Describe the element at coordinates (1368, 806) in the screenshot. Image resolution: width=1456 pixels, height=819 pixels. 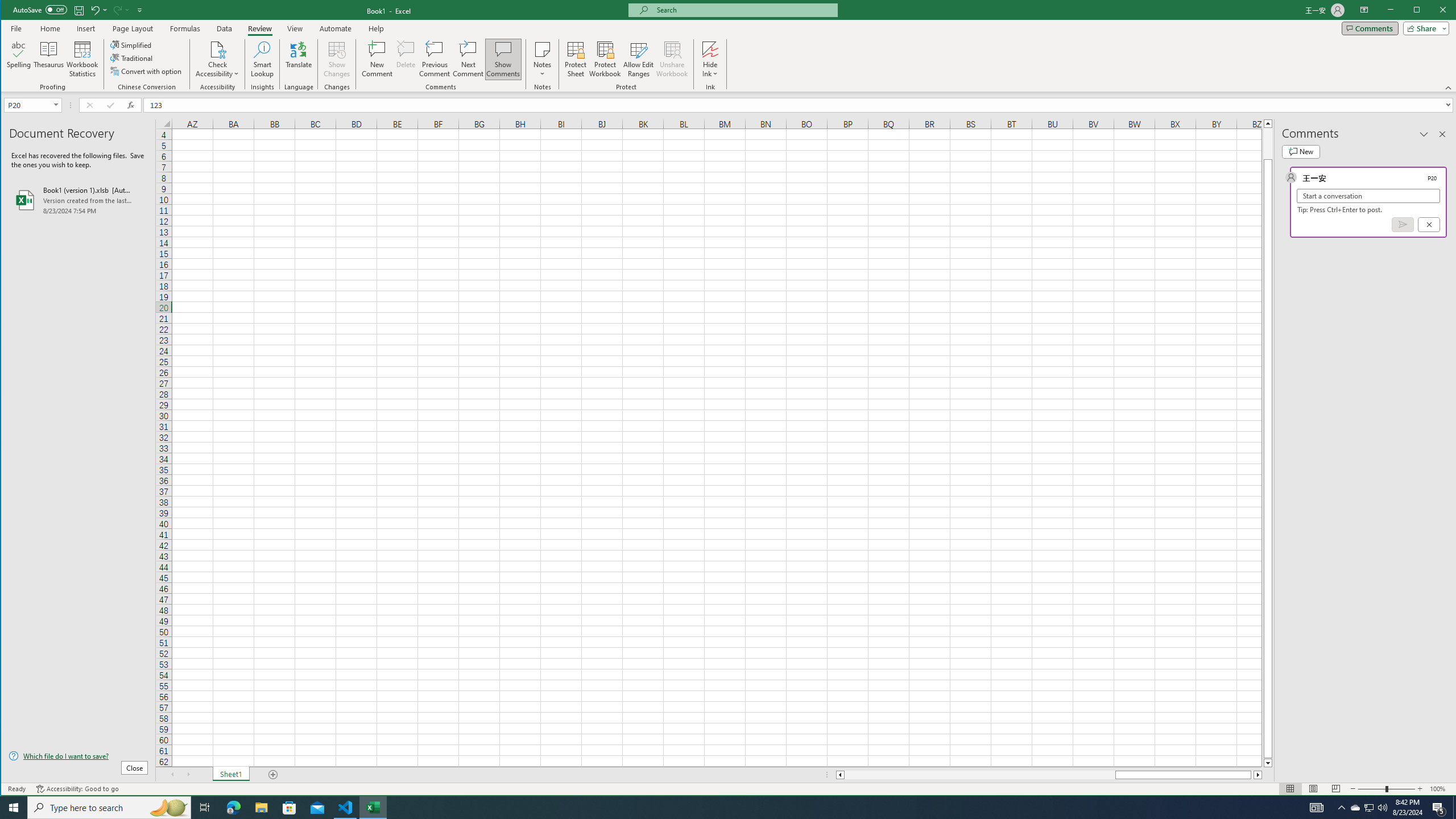
I see `'User Promoted Notification Area'` at that location.